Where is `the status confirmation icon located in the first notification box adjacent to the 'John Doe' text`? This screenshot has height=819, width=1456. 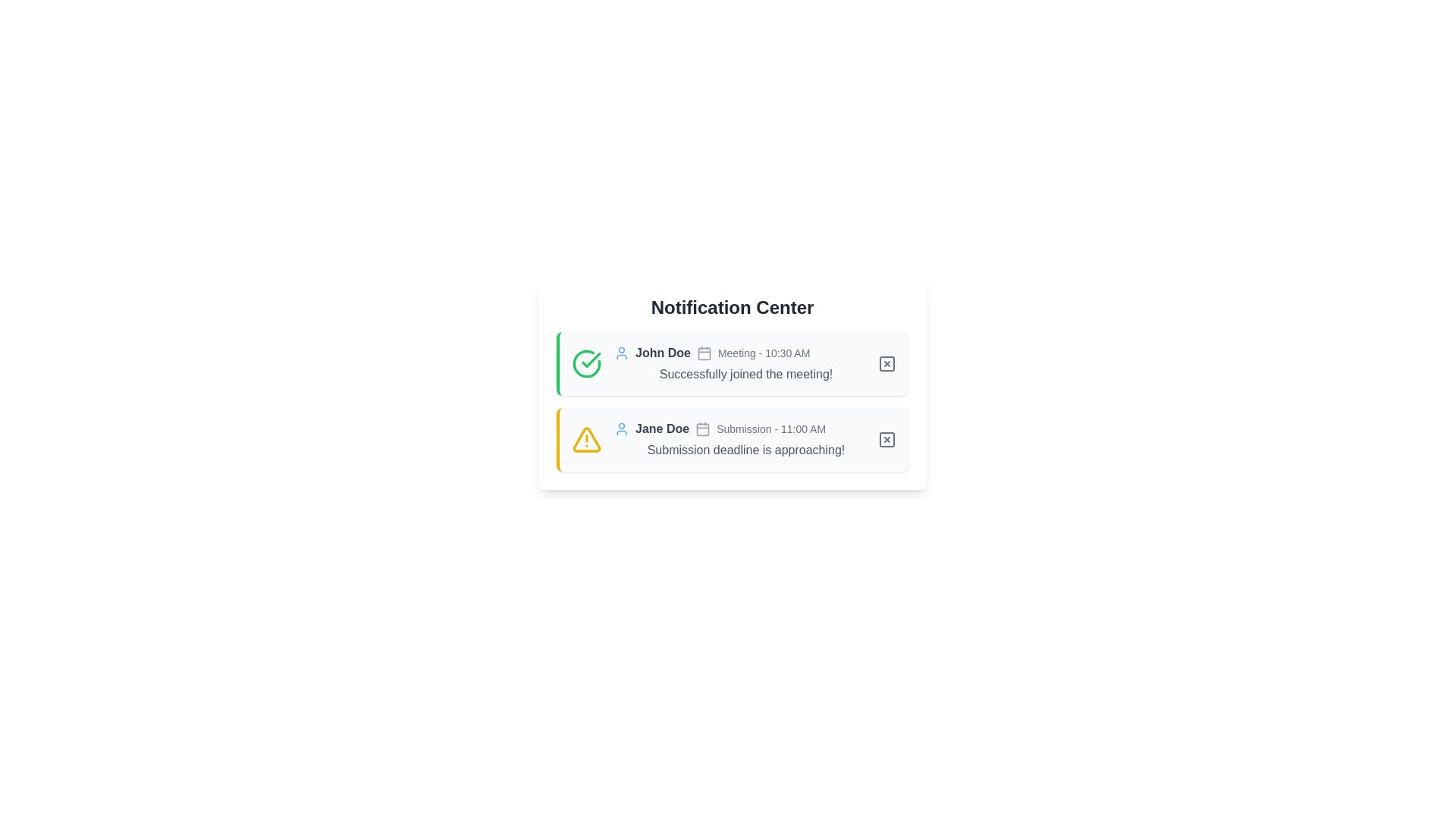 the status confirmation icon located in the first notification box adjacent to the 'John Doe' text is located at coordinates (585, 363).